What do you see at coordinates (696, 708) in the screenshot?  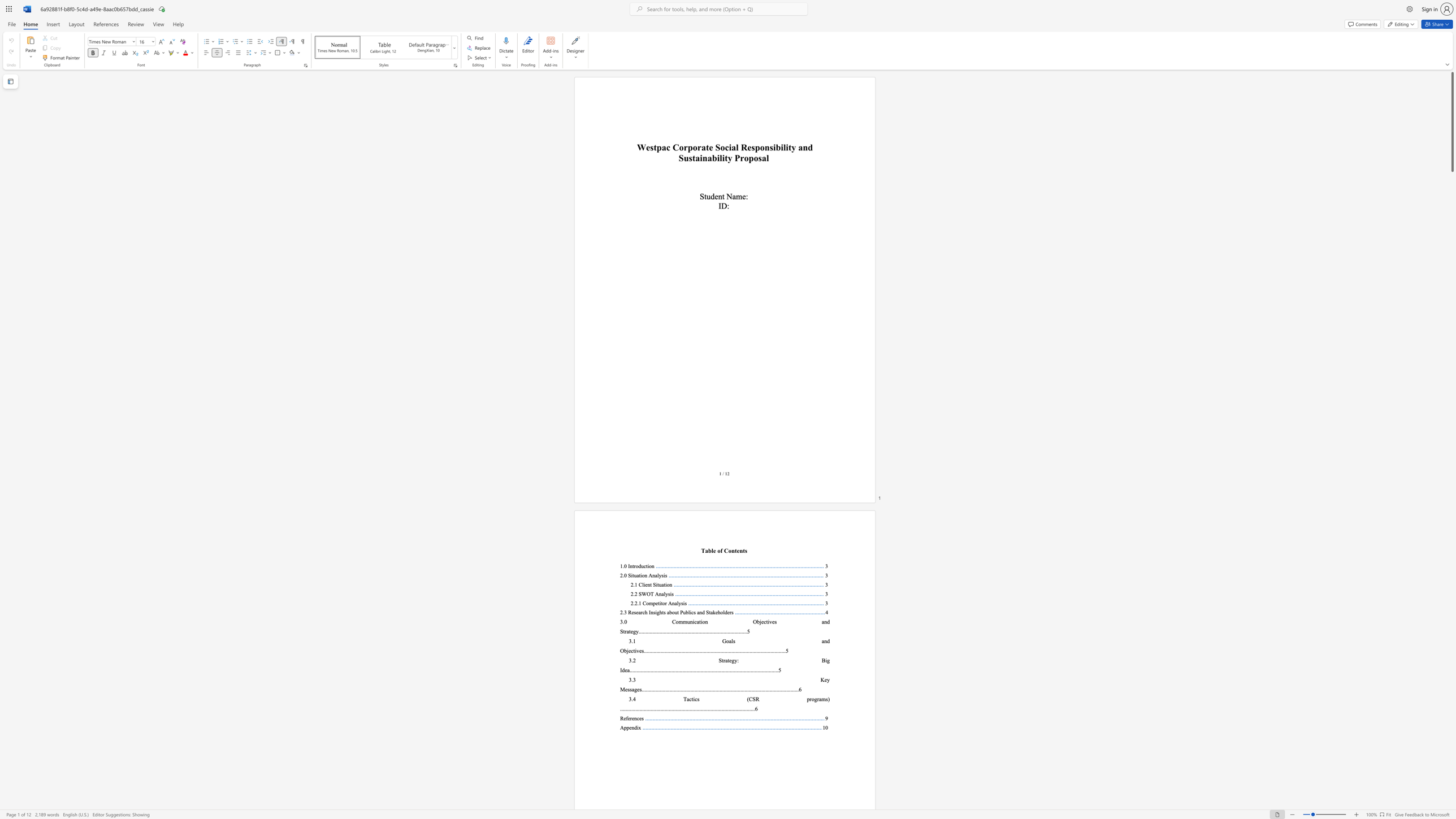 I see `the subset text "....................." within the text "................................................................................................."` at bounding box center [696, 708].